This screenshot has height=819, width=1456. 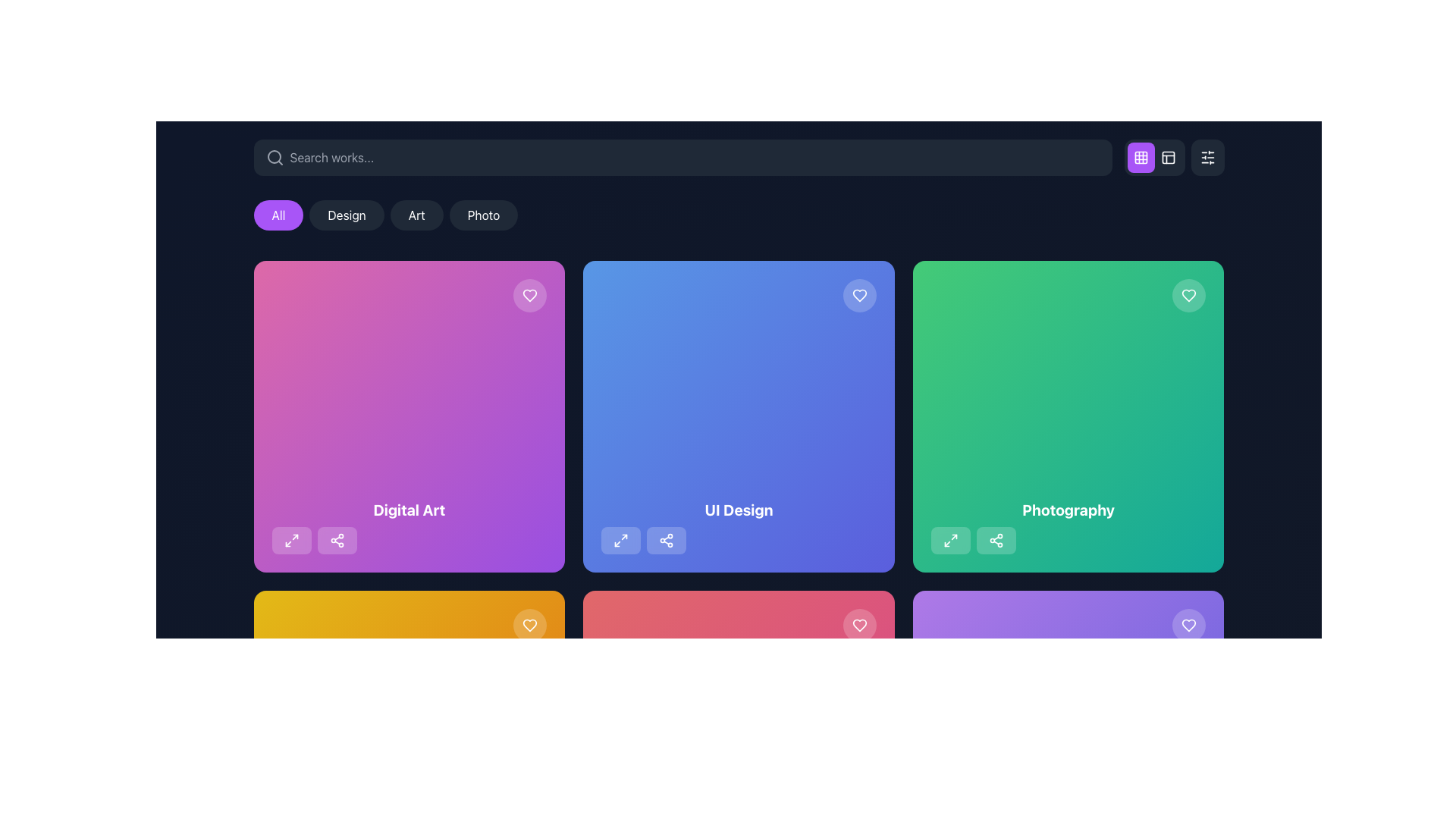 I want to click on the heart-shaped icon located at the center of the circular button in the top-right corner of the 'Digital Art' card, so click(x=530, y=295).